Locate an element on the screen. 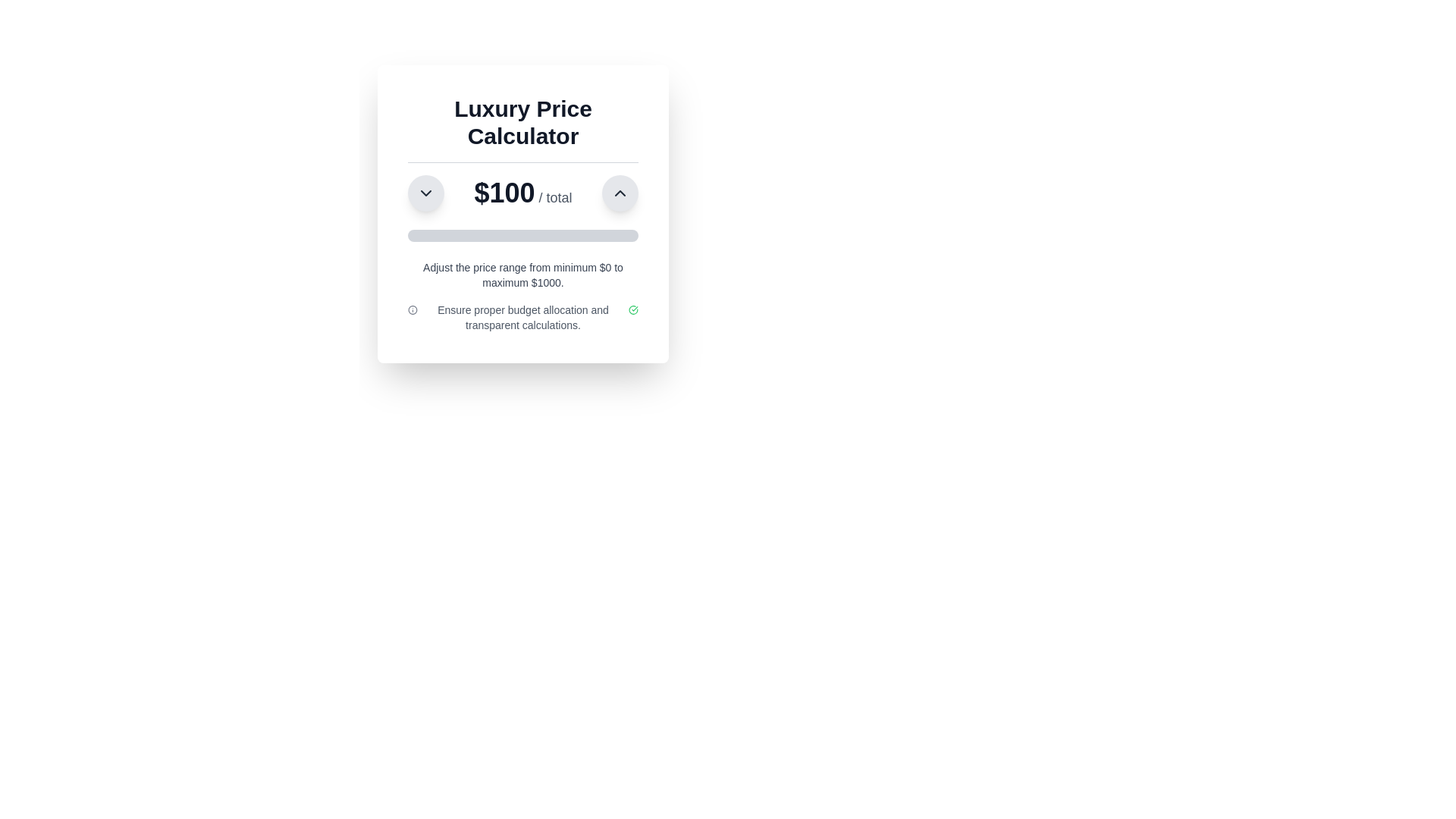  the small upward chevron icon, which is centered within the circular button located near the upper-right corner of the button beside the monetary value text is located at coordinates (620, 192).